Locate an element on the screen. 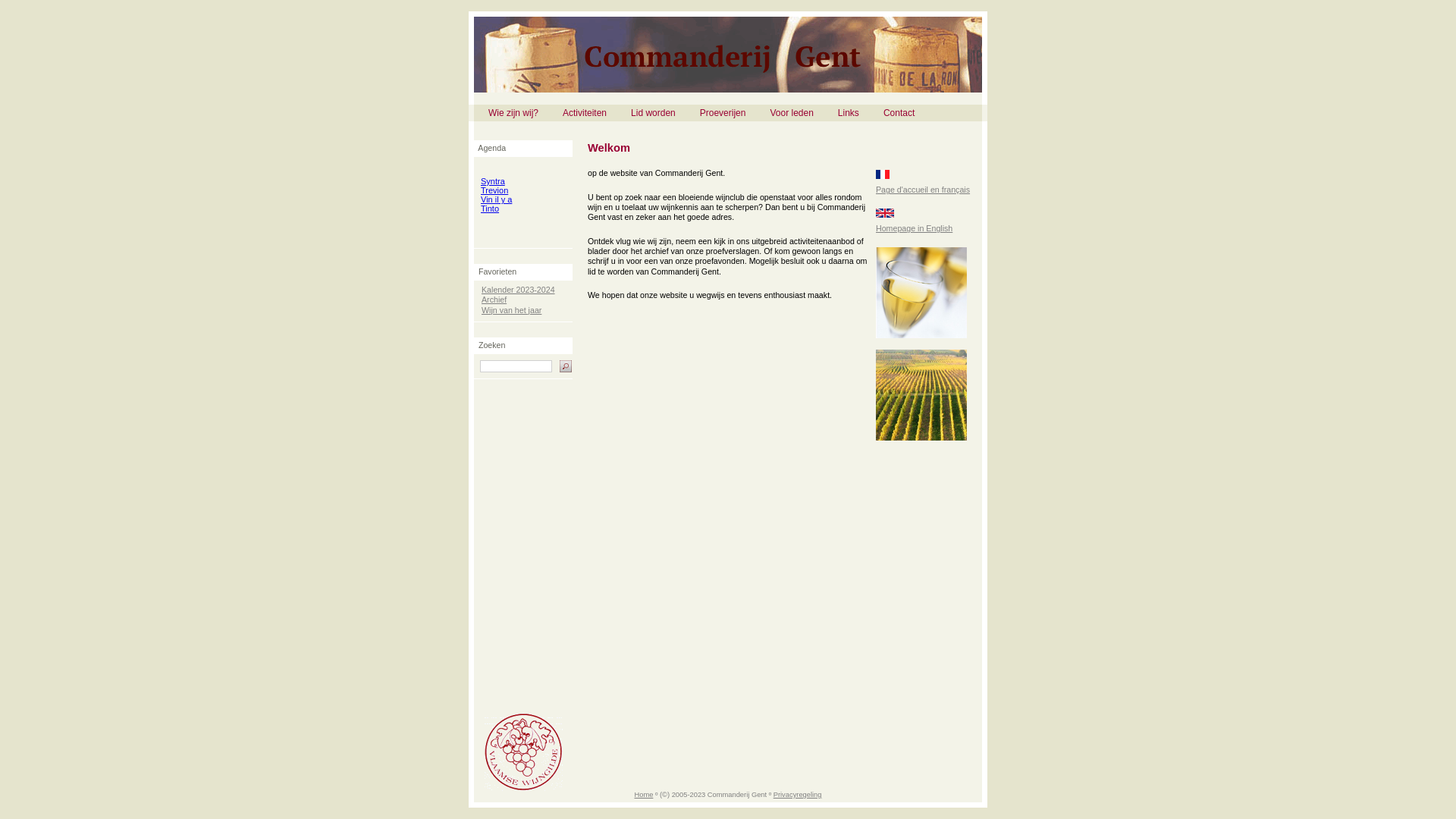 This screenshot has width=1456, height=819. 'Wie zijn wij?' is located at coordinates (513, 112).